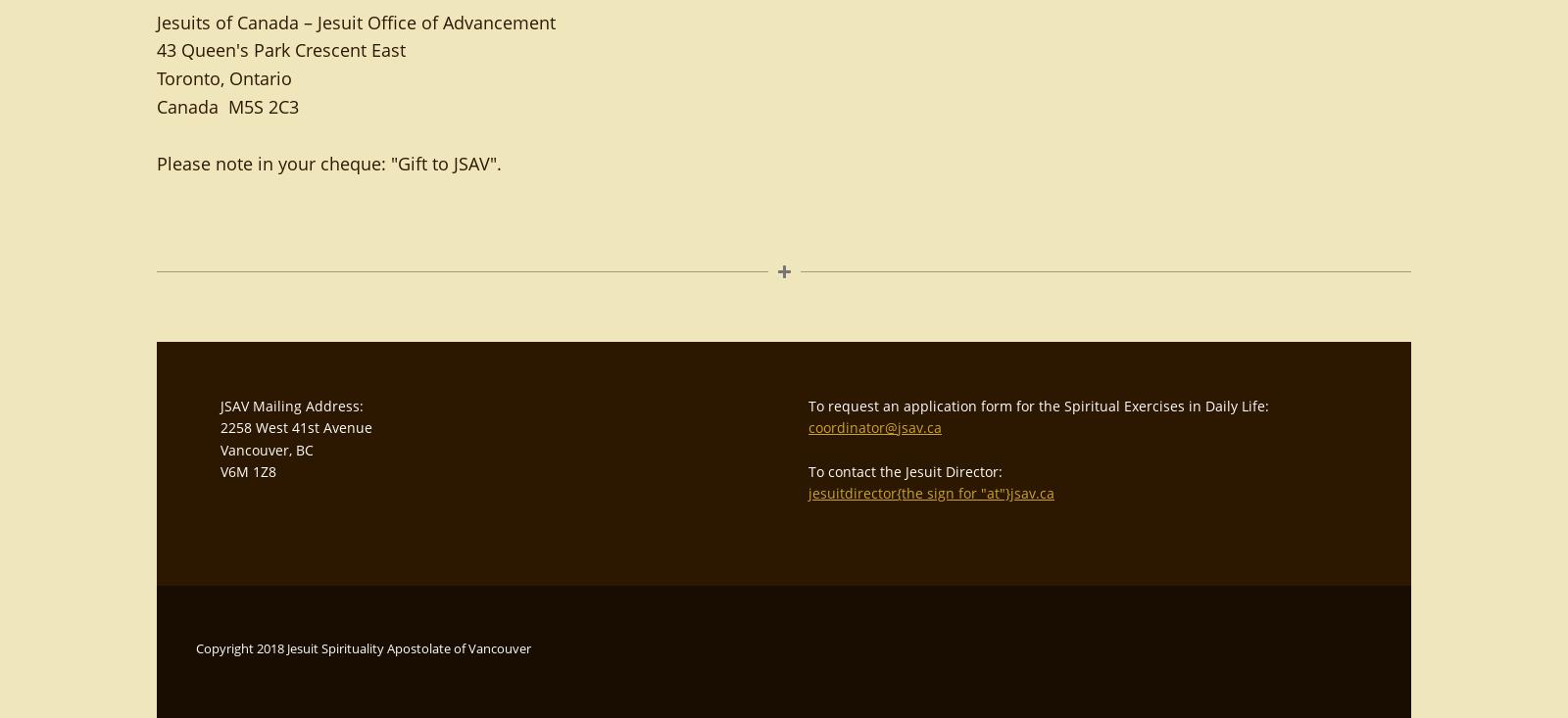  What do you see at coordinates (156, 162) in the screenshot?
I see `'Please note in your cheque: "Gift to JSAV".'` at bounding box center [156, 162].